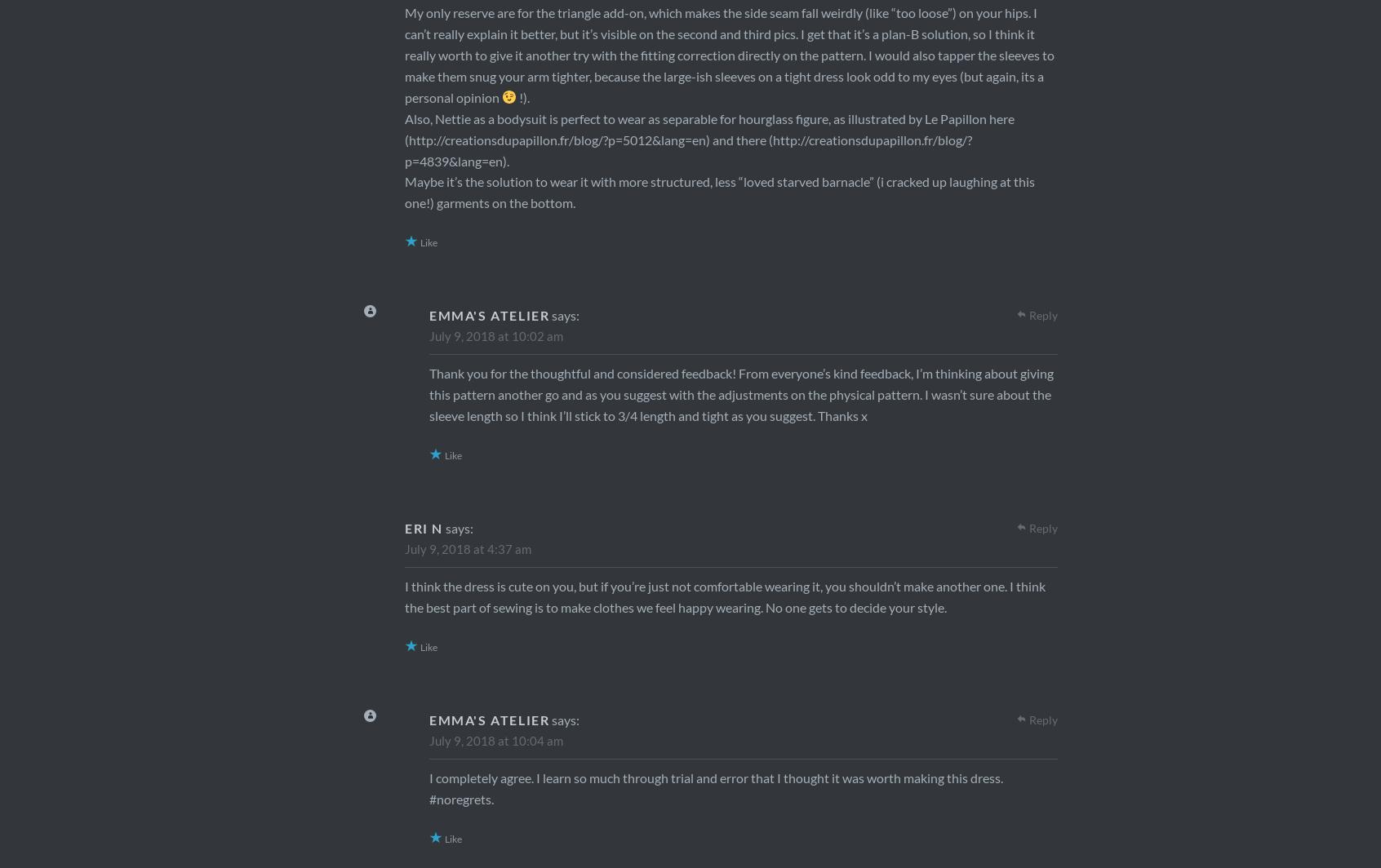  I want to click on 'July 9, 2018 at 10:02 am', so click(495, 335).